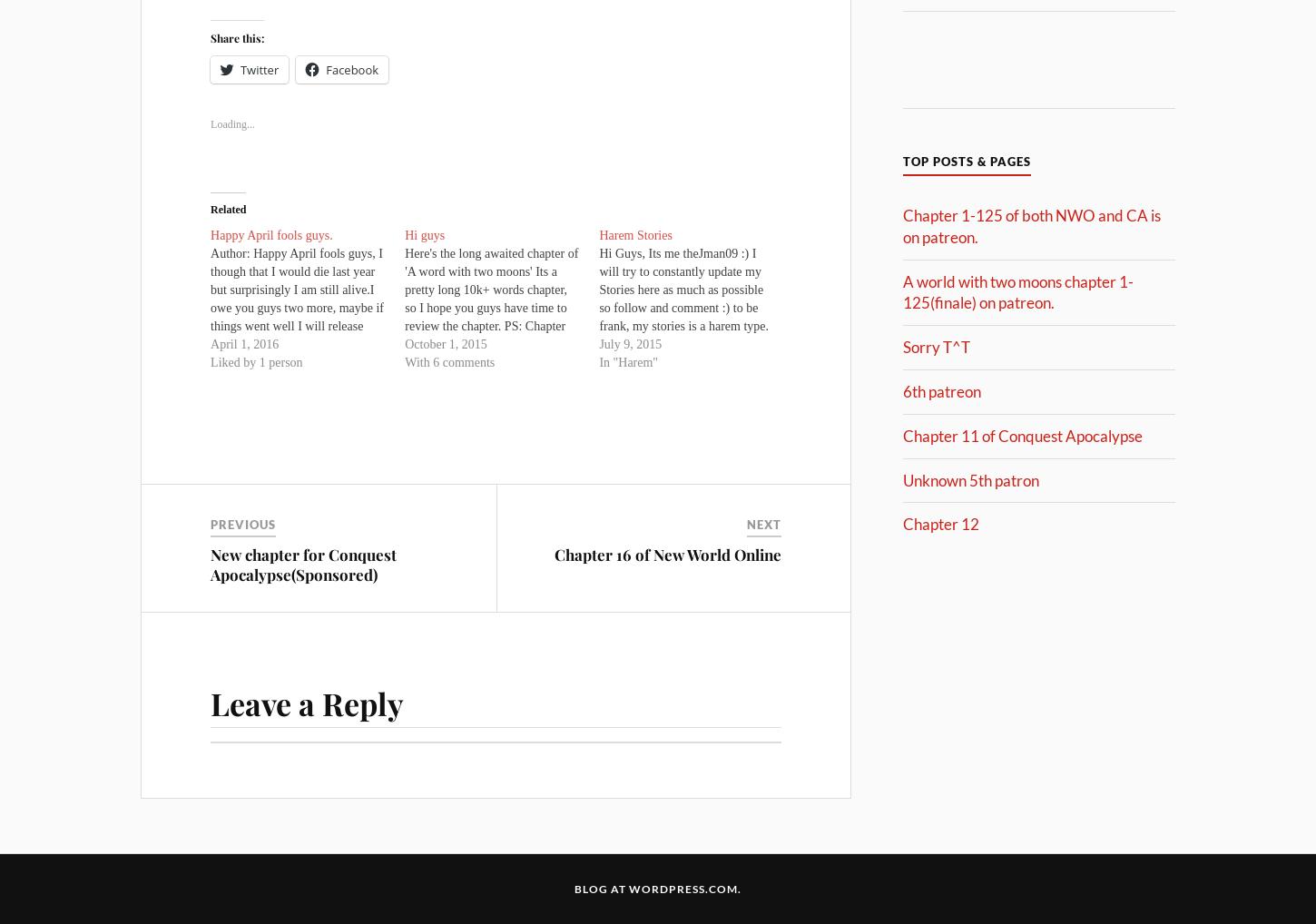  What do you see at coordinates (228, 203) in the screenshot?
I see `'Related'` at bounding box center [228, 203].